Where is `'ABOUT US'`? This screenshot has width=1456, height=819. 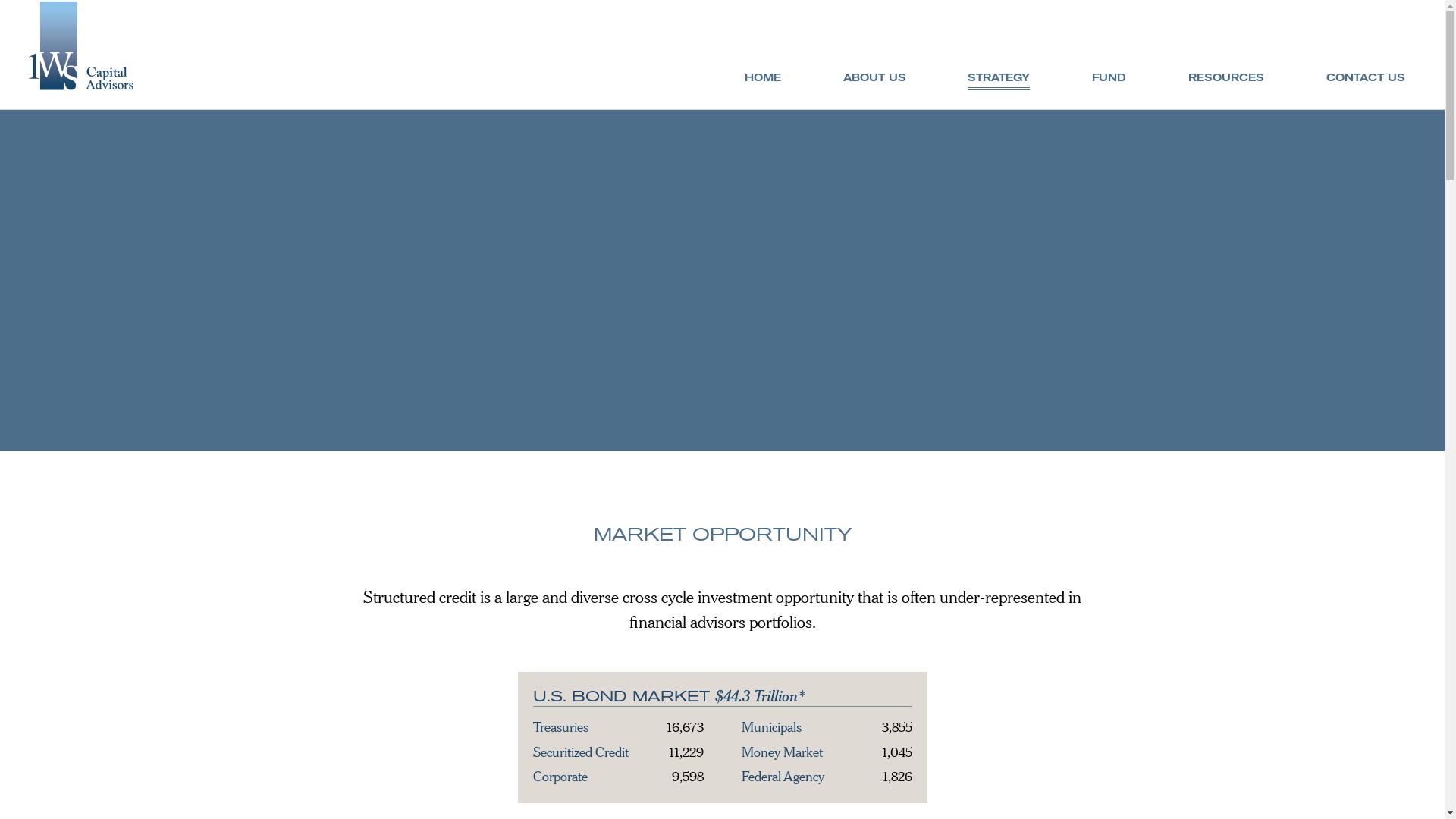
'ABOUT US' is located at coordinates (874, 77).